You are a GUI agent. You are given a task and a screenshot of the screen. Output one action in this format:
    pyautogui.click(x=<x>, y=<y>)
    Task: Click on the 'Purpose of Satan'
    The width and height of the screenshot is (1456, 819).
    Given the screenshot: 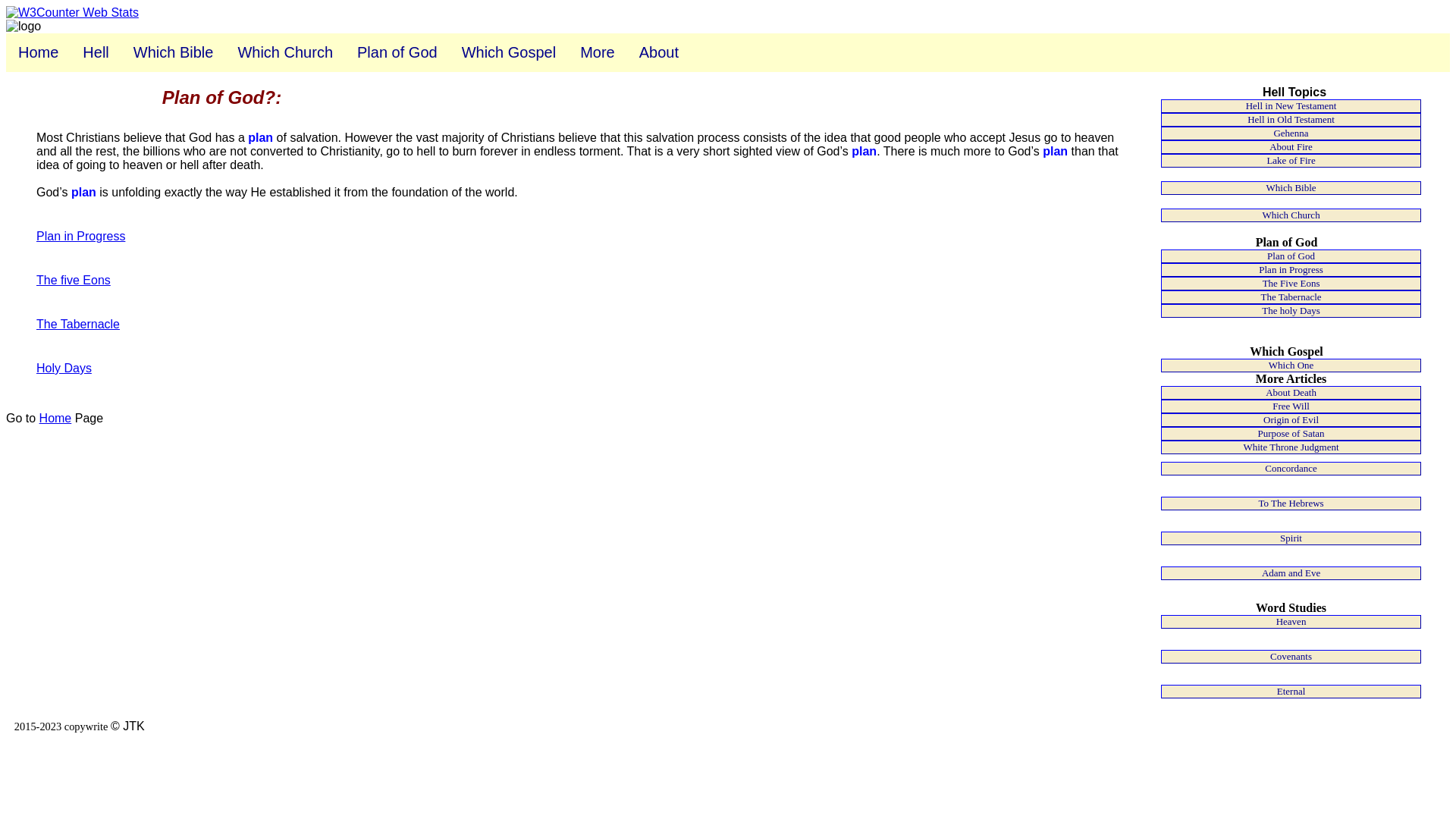 What is the action you would take?
    pyautogui.click(x=1290, y=433)
    